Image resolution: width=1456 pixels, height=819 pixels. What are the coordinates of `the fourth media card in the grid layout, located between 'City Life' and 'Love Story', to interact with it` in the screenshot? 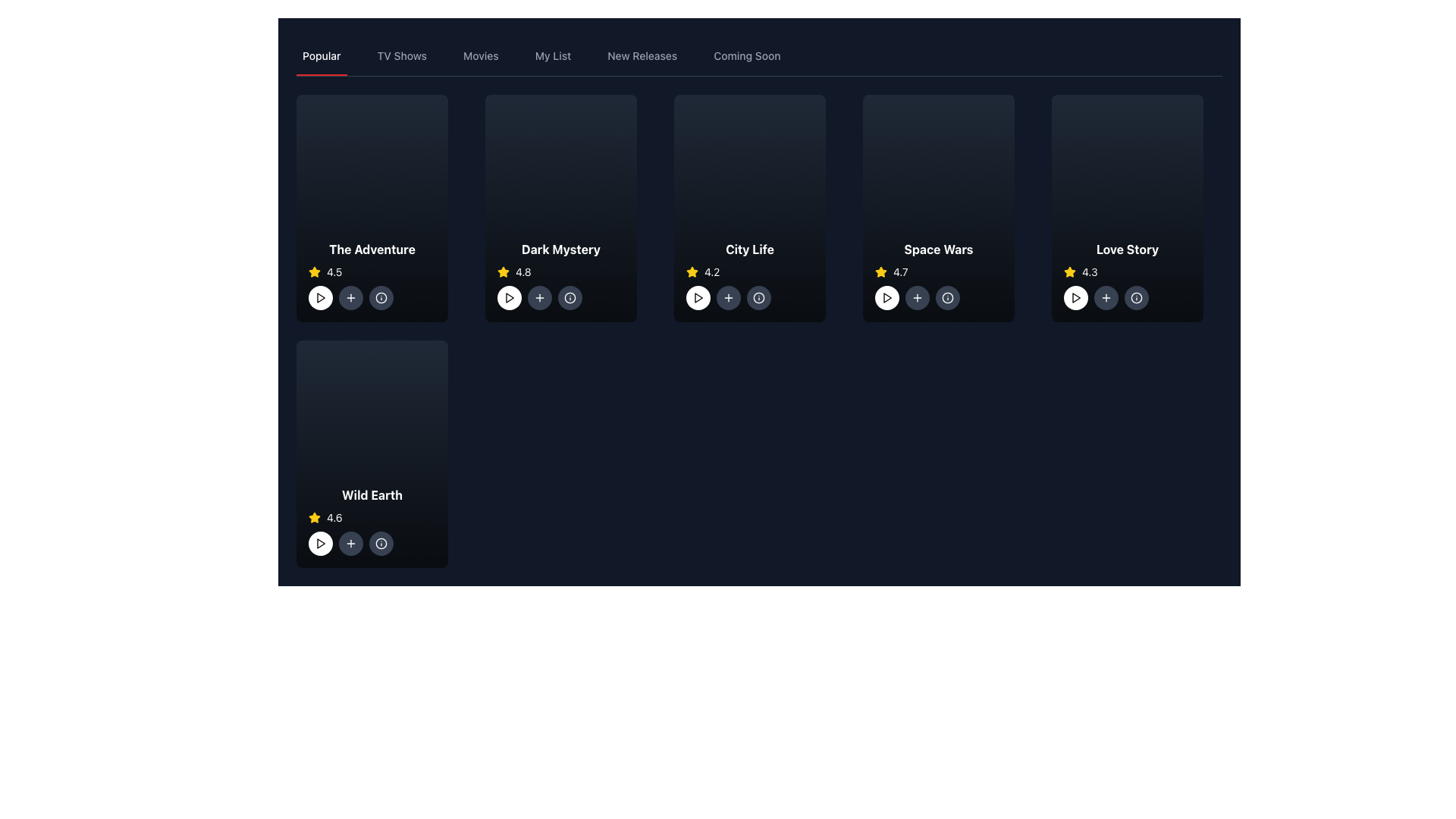 It's located at (938, 208).